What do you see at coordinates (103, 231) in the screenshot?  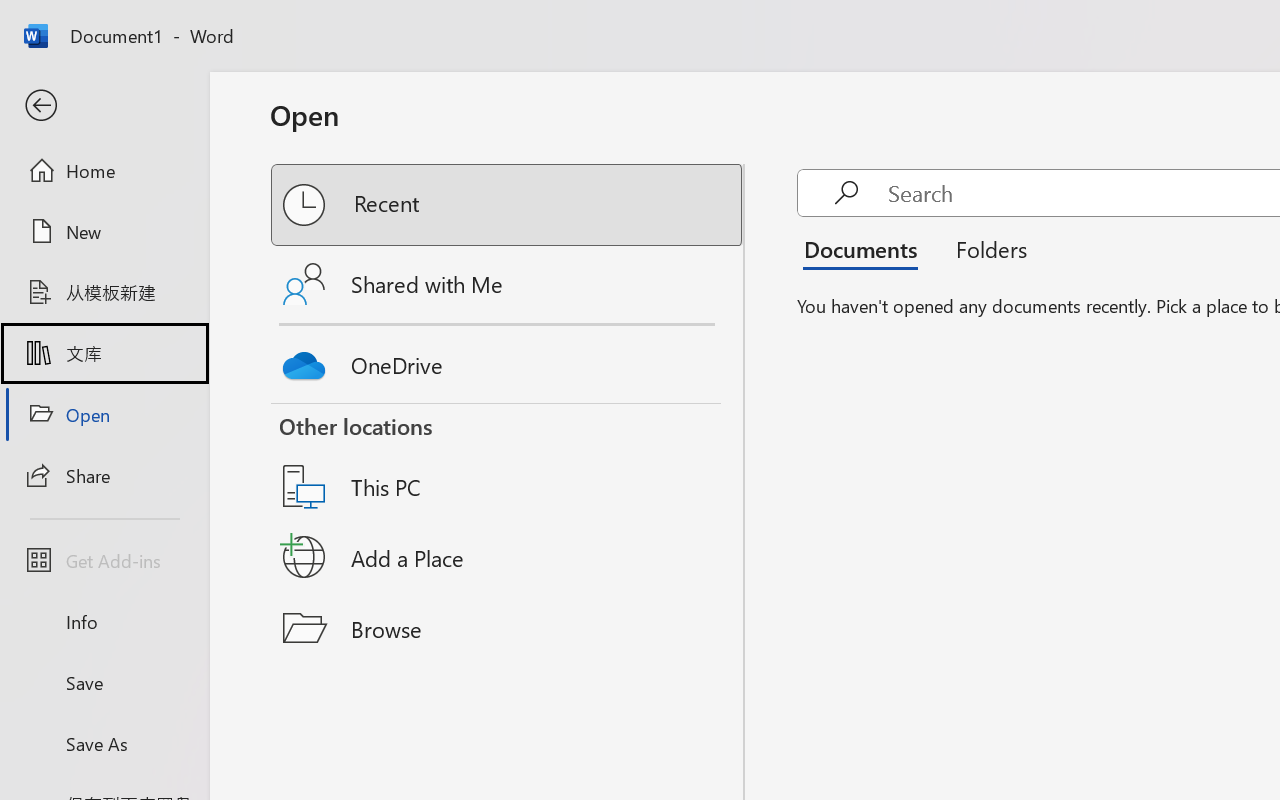 I see `'New'` at bounding box center [103, 231].